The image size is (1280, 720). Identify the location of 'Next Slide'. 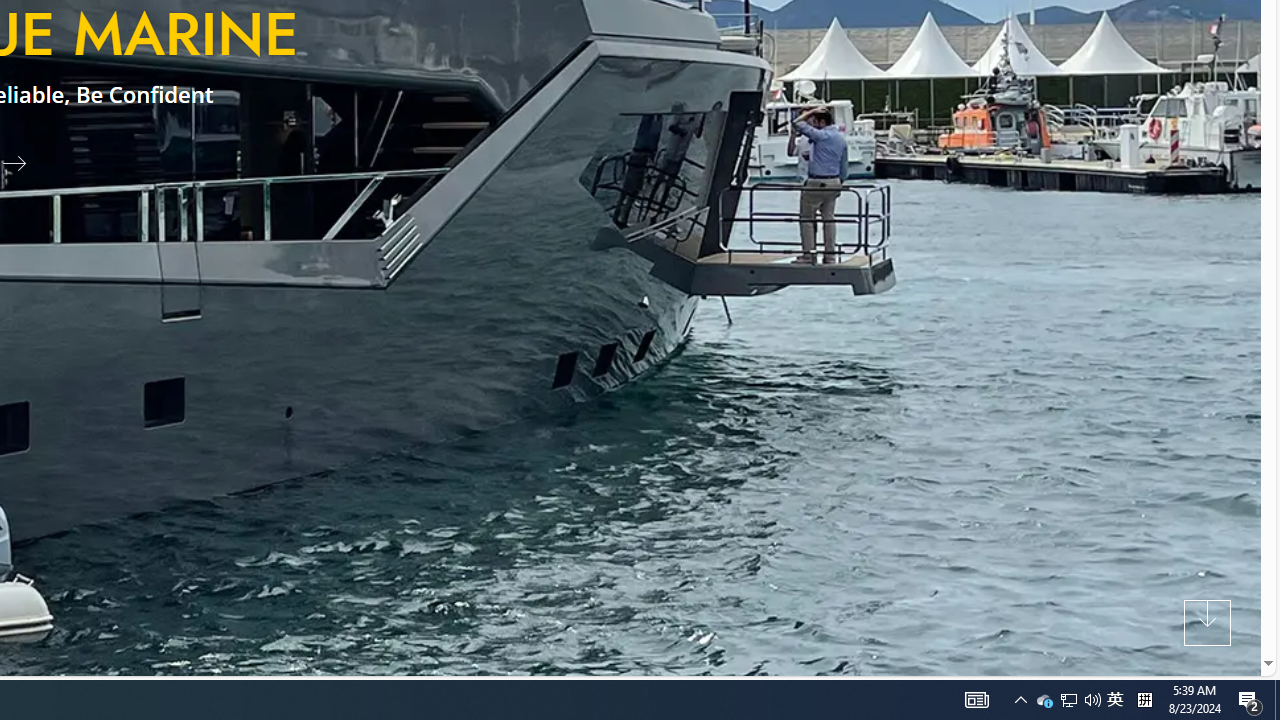
(22, 161).